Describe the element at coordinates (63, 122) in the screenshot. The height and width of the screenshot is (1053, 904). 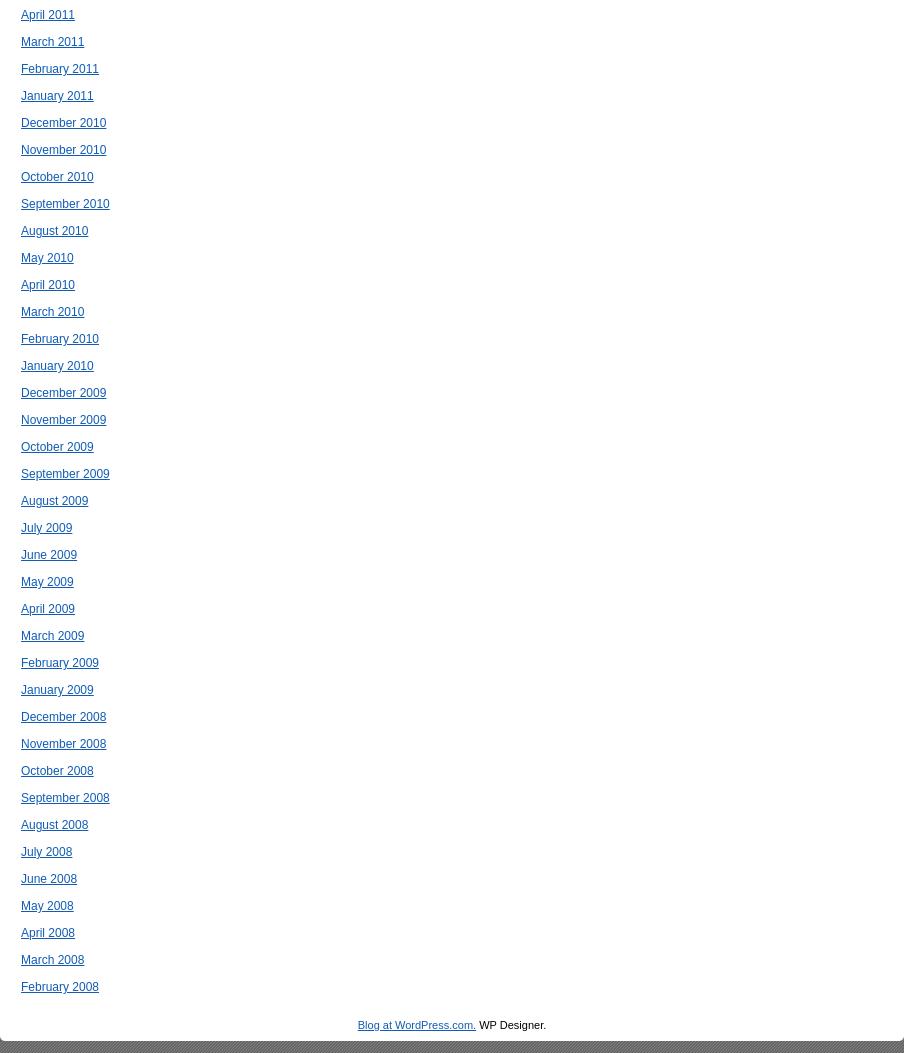
I see `'December 2010'` at that location.